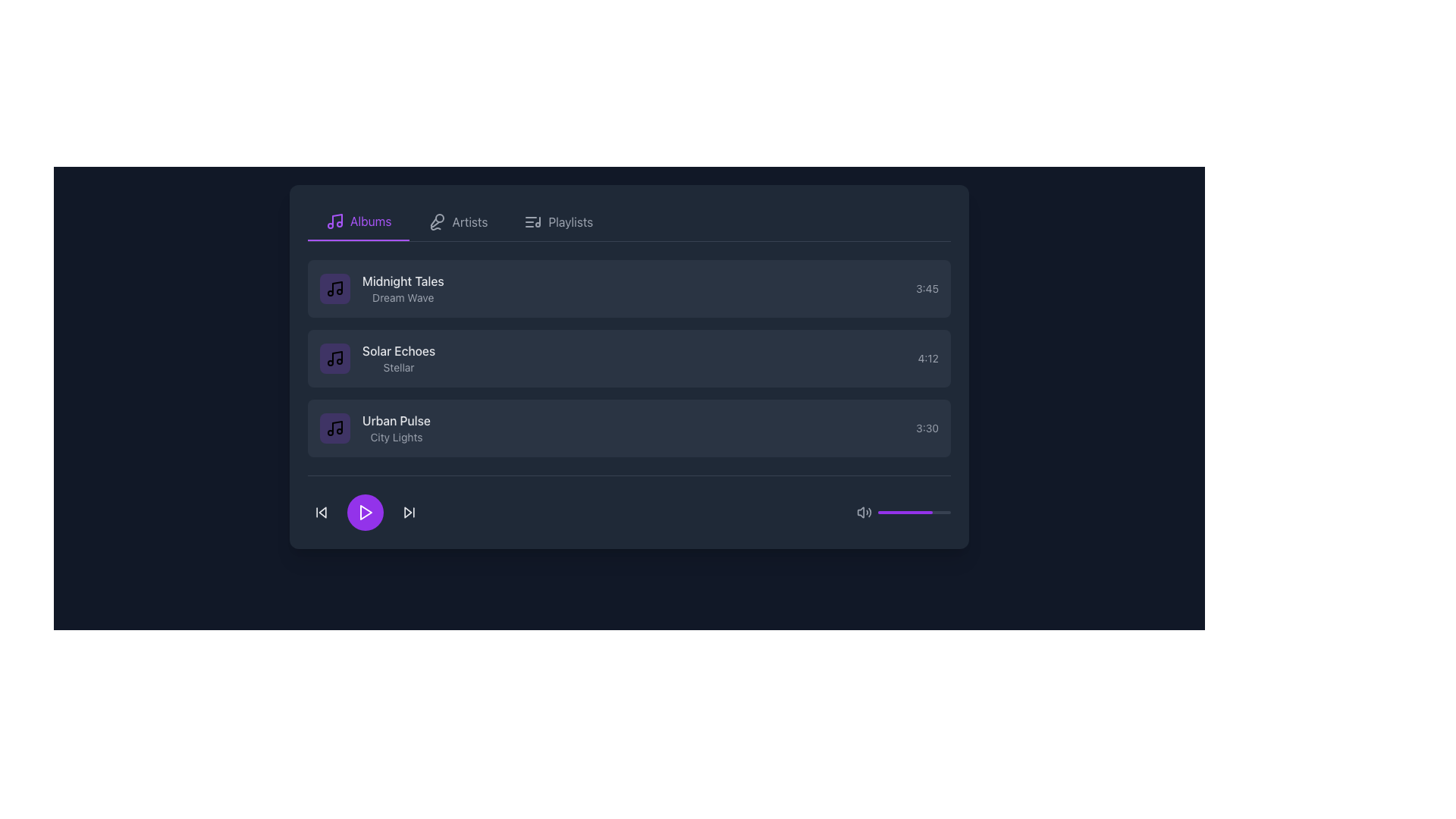 The width and height of the screenshot is (1456, 819). What do you see at coordinates (403, 281) in the screenshot?
I see `the title text of the musical item, which is the first text item in a vertically stacked list, positioned to the right of a music note icon` at bounding box center [403, 281].